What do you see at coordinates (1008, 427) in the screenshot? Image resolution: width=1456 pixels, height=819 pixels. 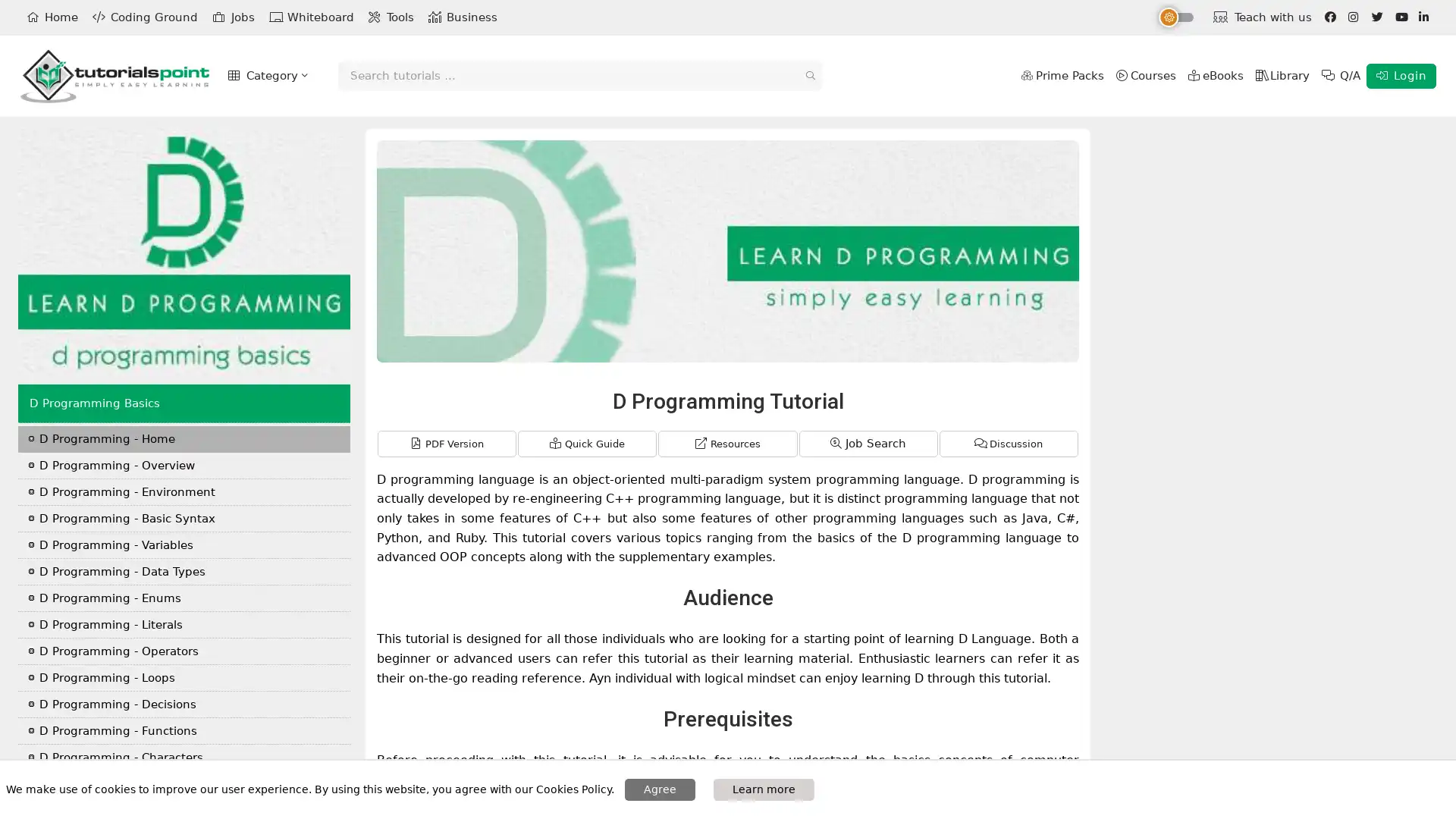 I see `Discussion` at bounding box center [1008, 427].